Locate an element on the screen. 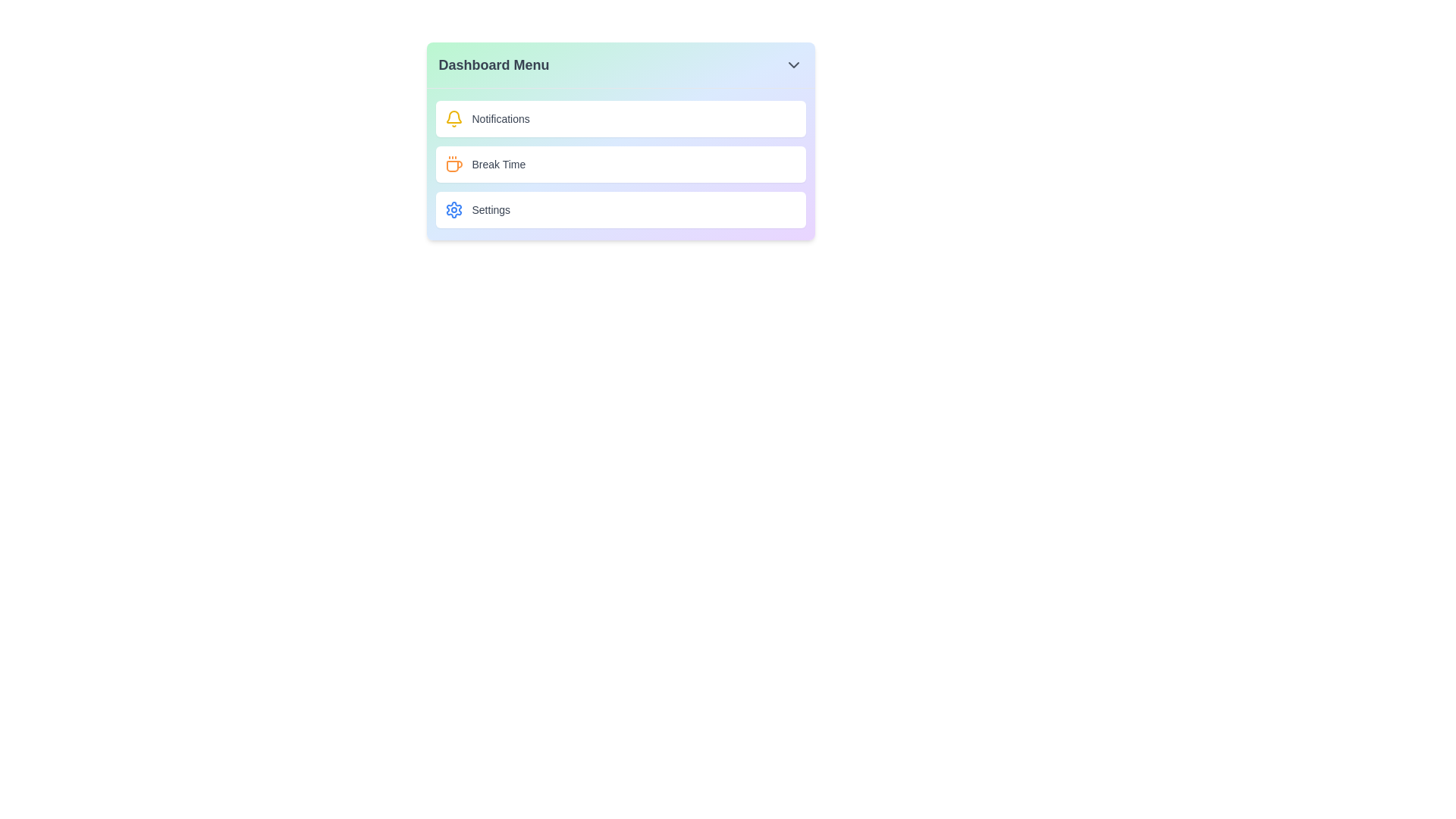  the Notifications icon located in the Dashboard Menu card, which signifies alerts or updates is located at coordinates (453, 118).